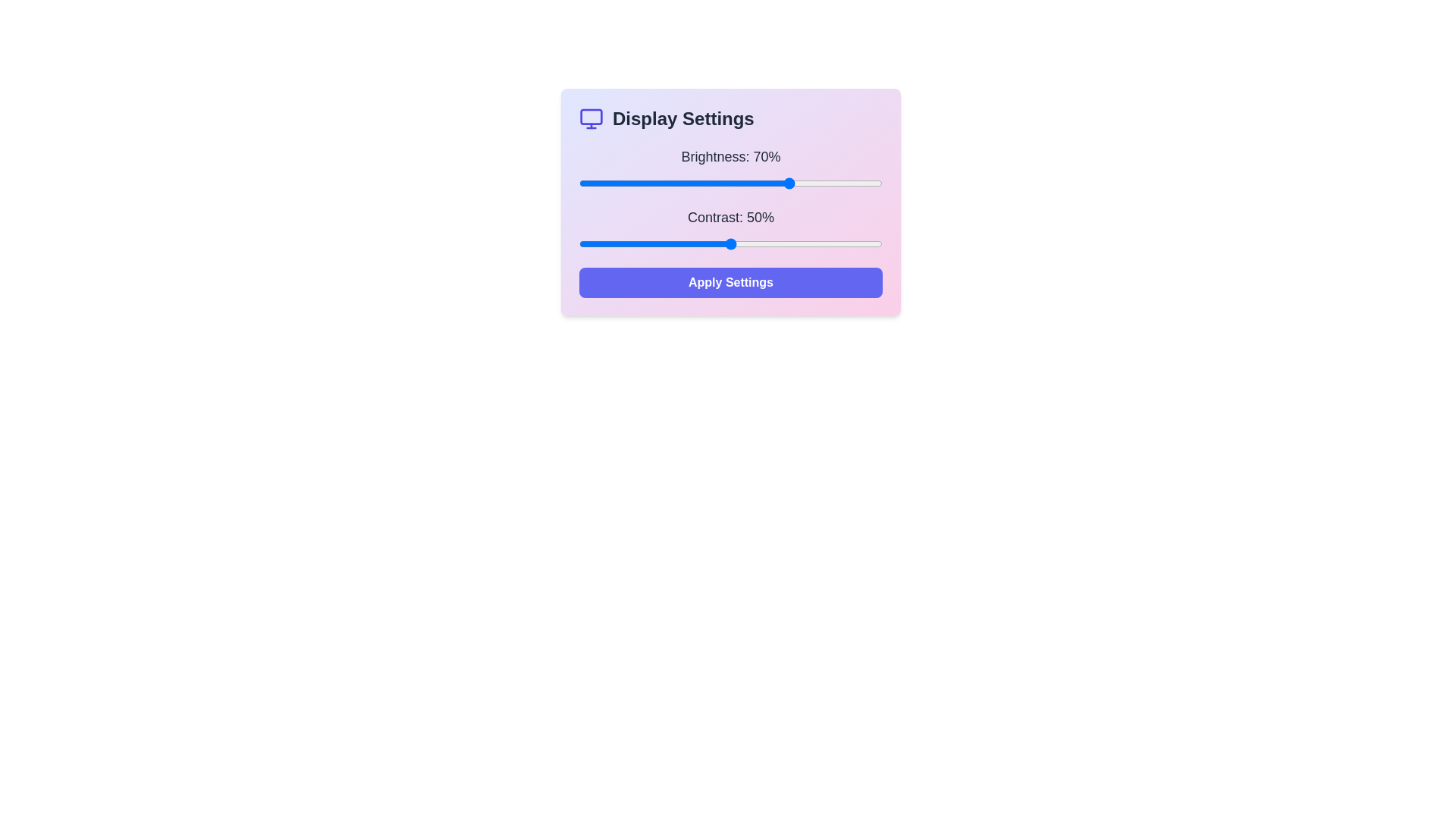  What do you see at coordinates (607, 243) in the screenshot?
I see `the contrast slider to 9%` at bounding box center [607, 243].